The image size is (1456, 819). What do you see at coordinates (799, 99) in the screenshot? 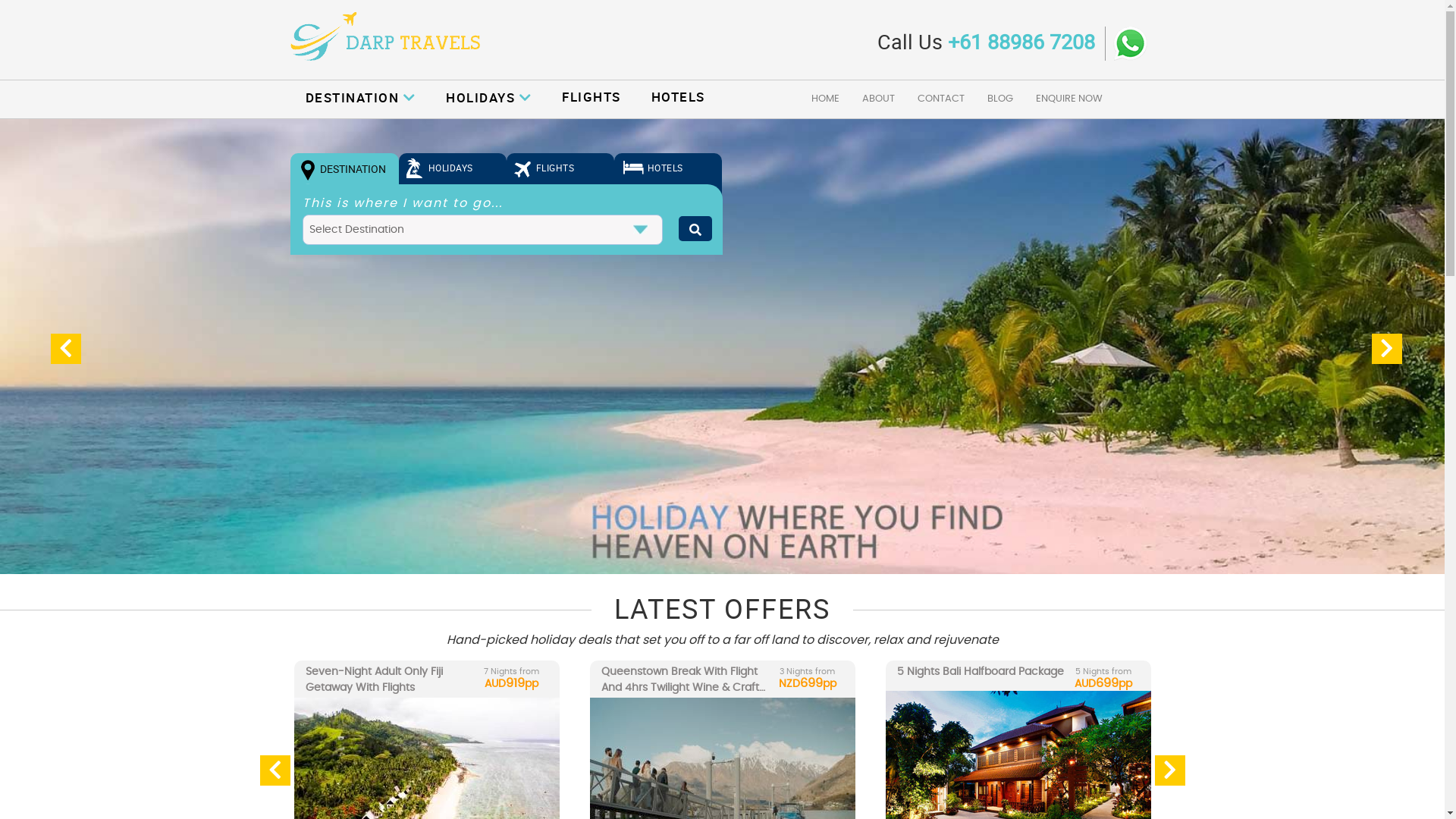
I see `'HOME'` at bounding box center [799, 99].